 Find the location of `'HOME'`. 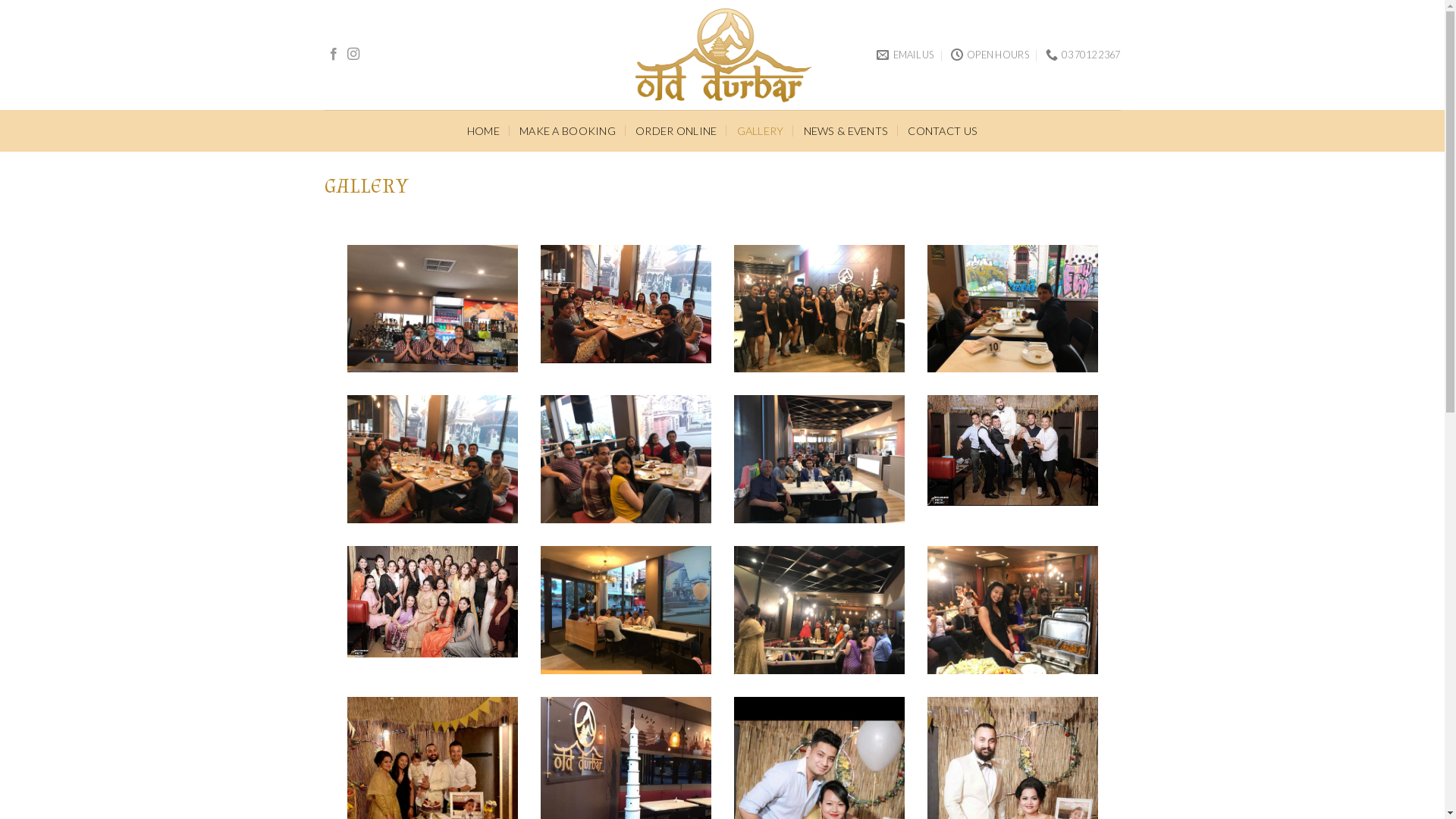

'HOME' is located at coordinates (482, 130).